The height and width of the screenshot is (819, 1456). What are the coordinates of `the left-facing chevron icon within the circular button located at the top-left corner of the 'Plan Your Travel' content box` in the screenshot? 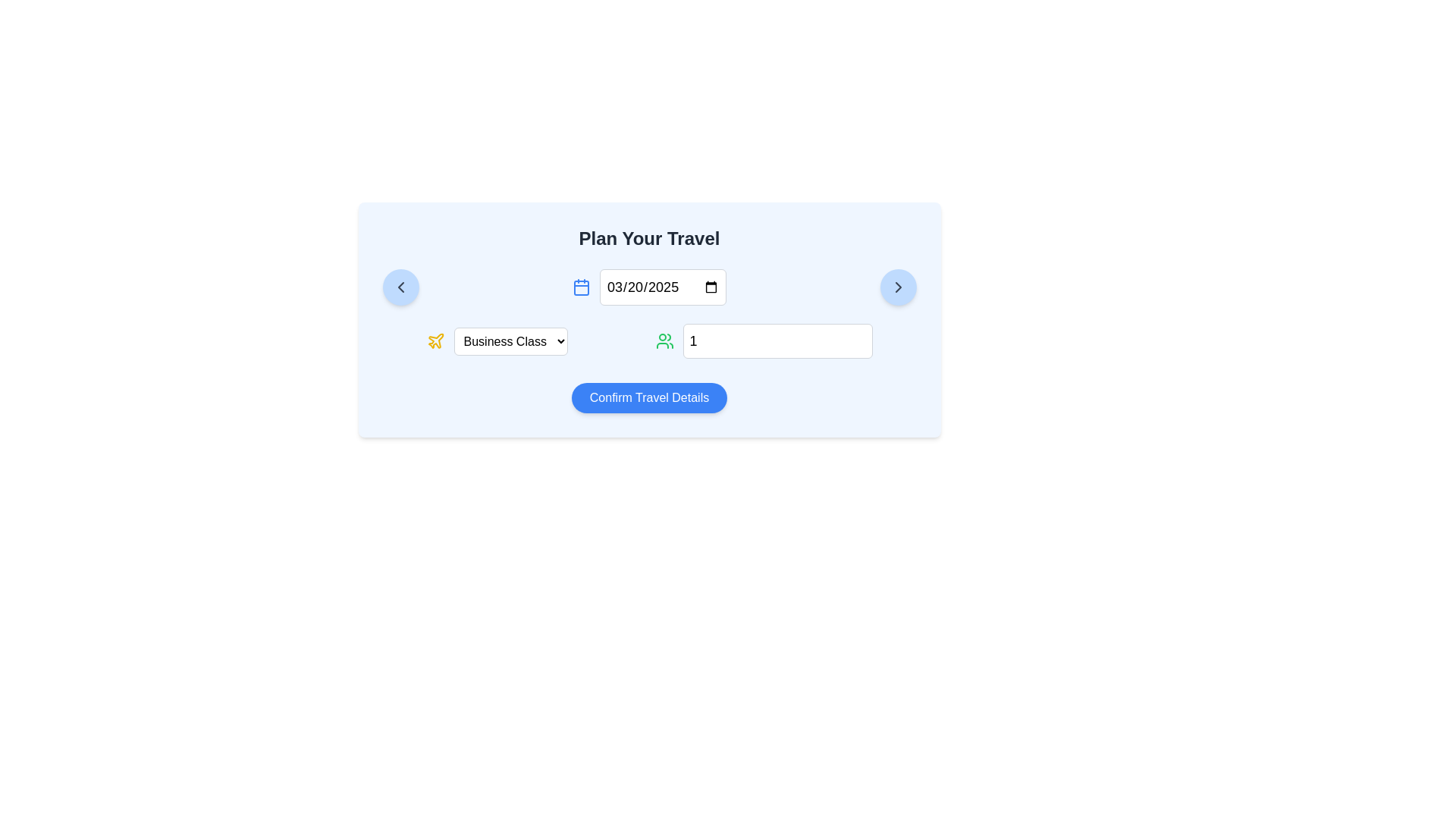 It's located at (400, 287).